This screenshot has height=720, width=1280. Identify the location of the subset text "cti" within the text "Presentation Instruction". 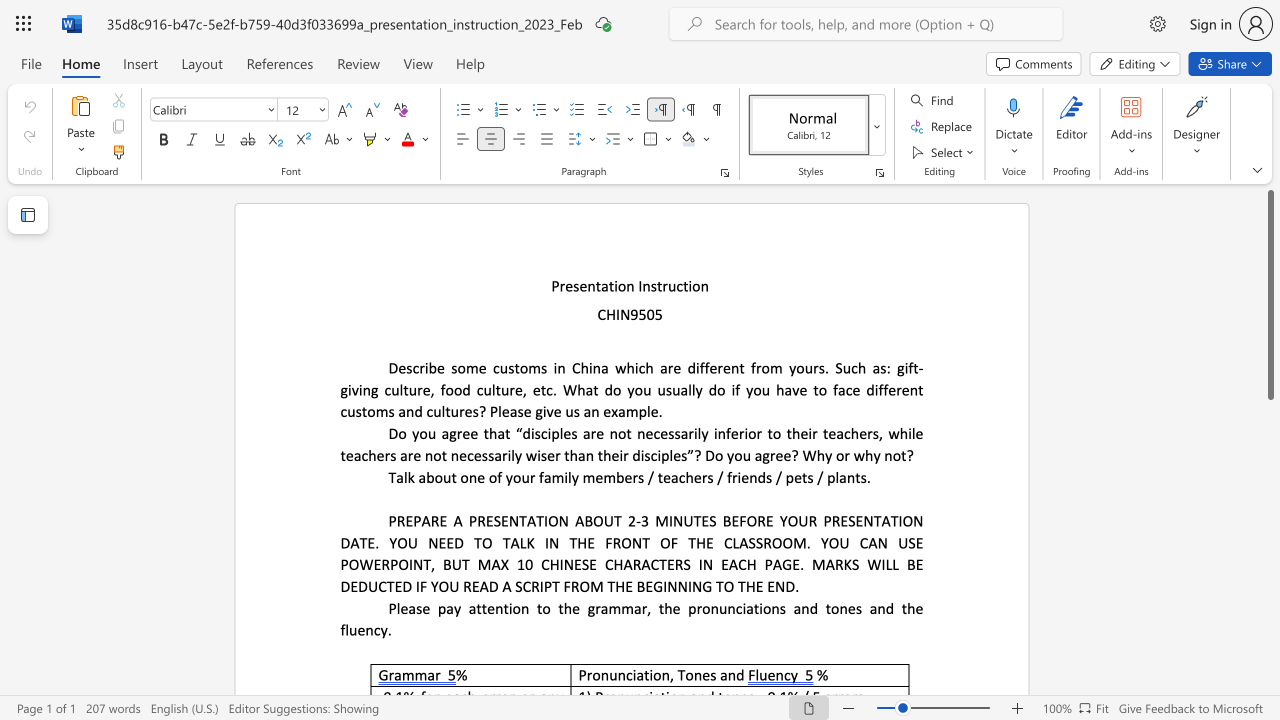
(676, 286).